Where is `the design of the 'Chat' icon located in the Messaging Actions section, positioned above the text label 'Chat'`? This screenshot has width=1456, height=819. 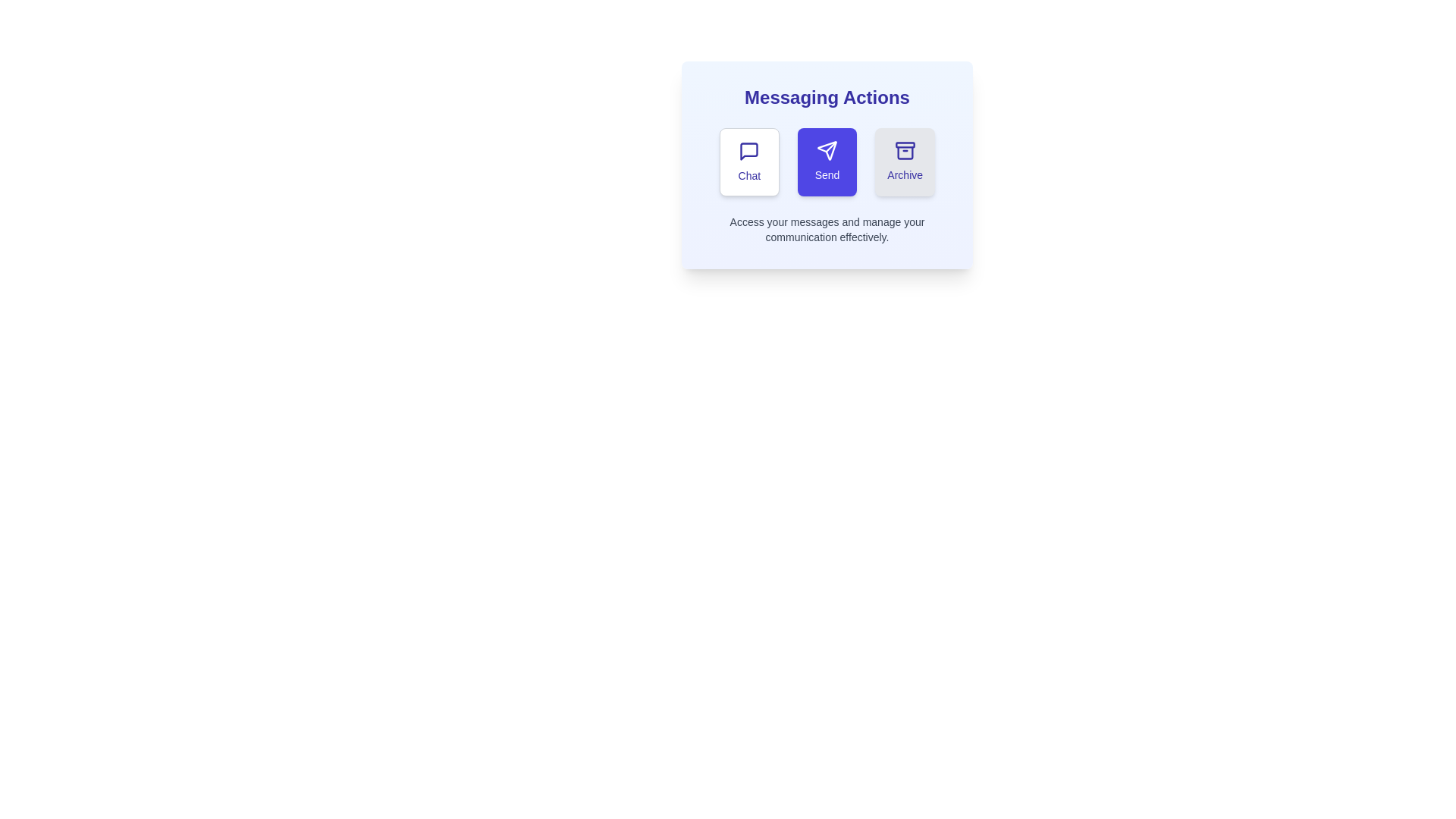 the design of the 'Chat' icon located in the Messaging Actions section, positioned above the text label 'Chat' is located at coordinates (749, 152).